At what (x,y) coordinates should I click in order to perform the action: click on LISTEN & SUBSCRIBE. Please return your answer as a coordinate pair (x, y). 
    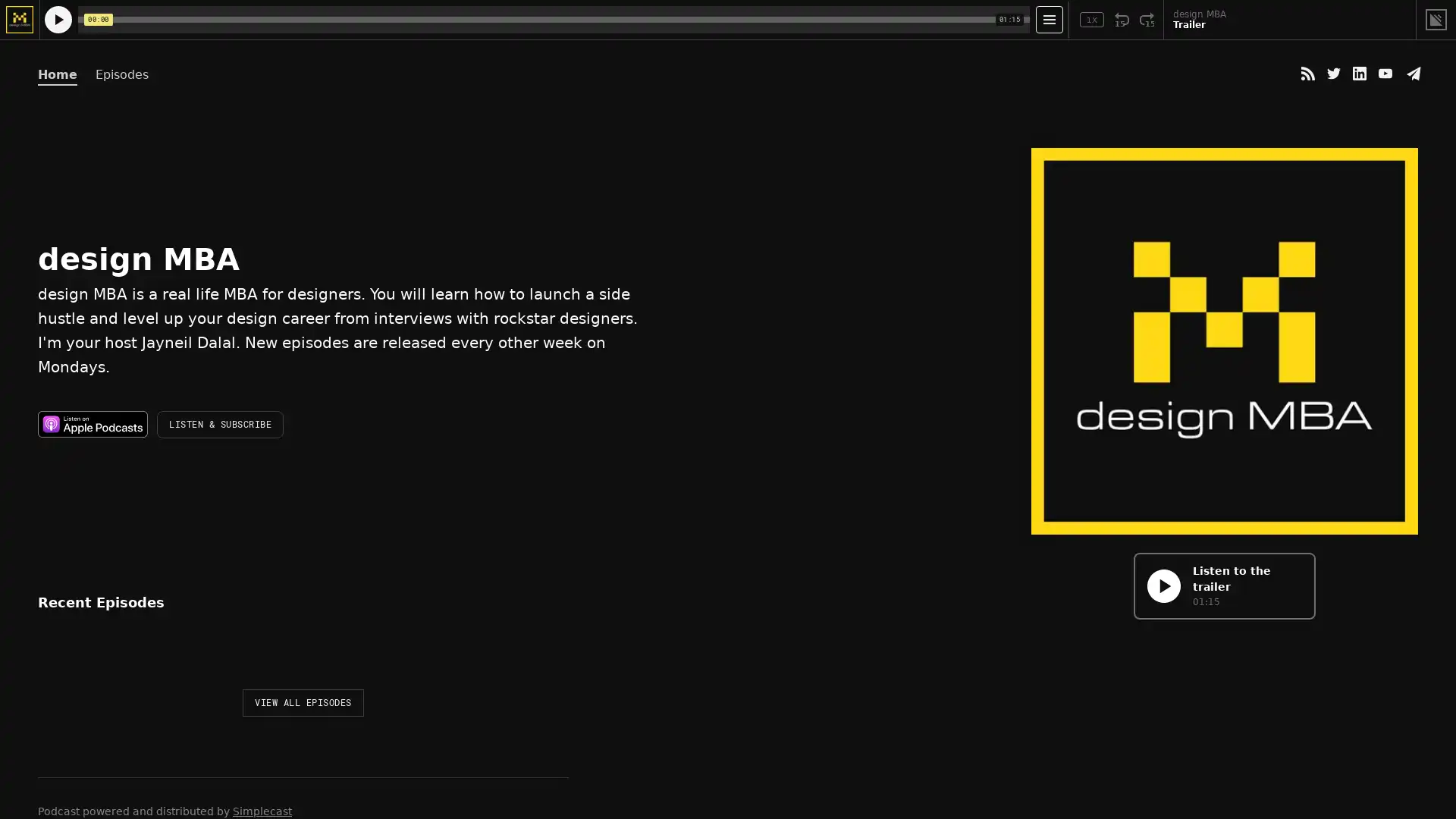
    Looking at the image, I should click on (219, 424).